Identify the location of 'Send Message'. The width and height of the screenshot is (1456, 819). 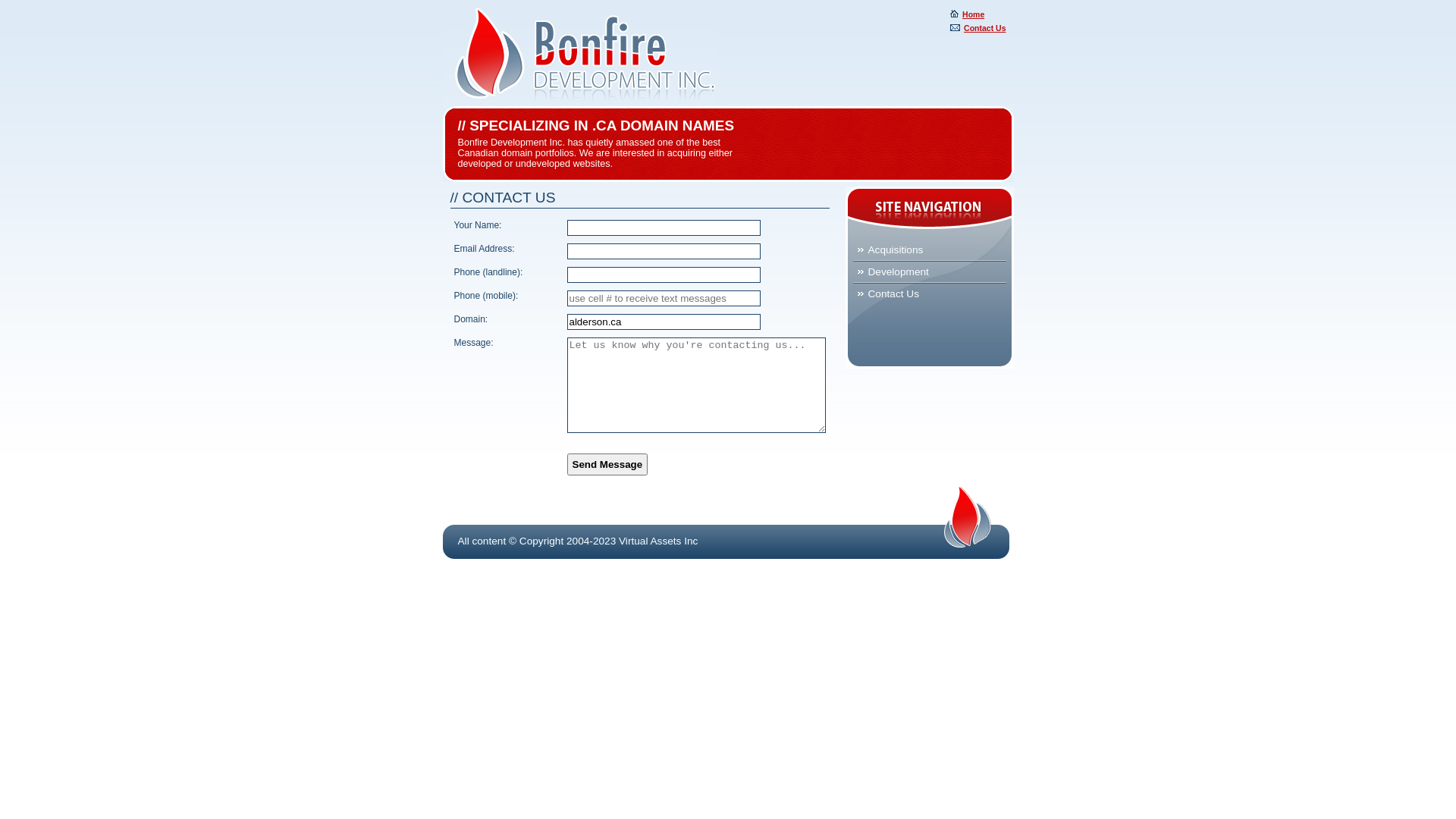
(566, 463).